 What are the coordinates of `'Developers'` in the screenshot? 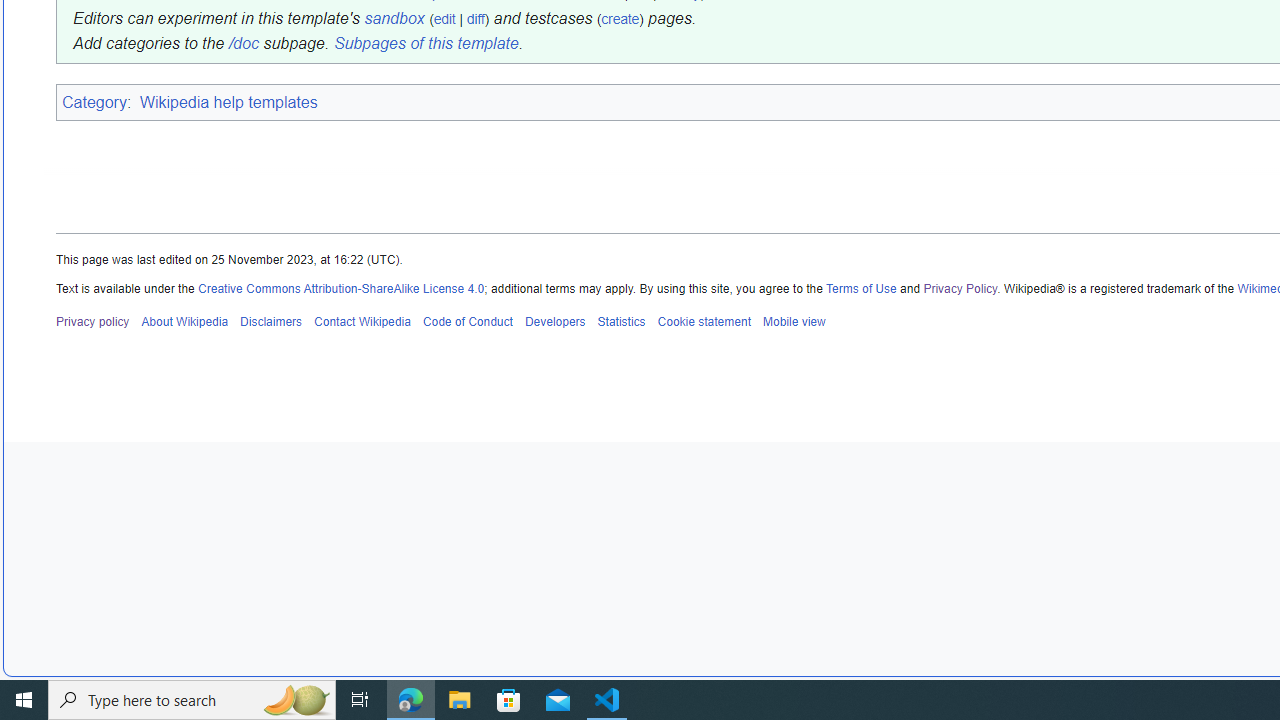 It's located at (554, 320).